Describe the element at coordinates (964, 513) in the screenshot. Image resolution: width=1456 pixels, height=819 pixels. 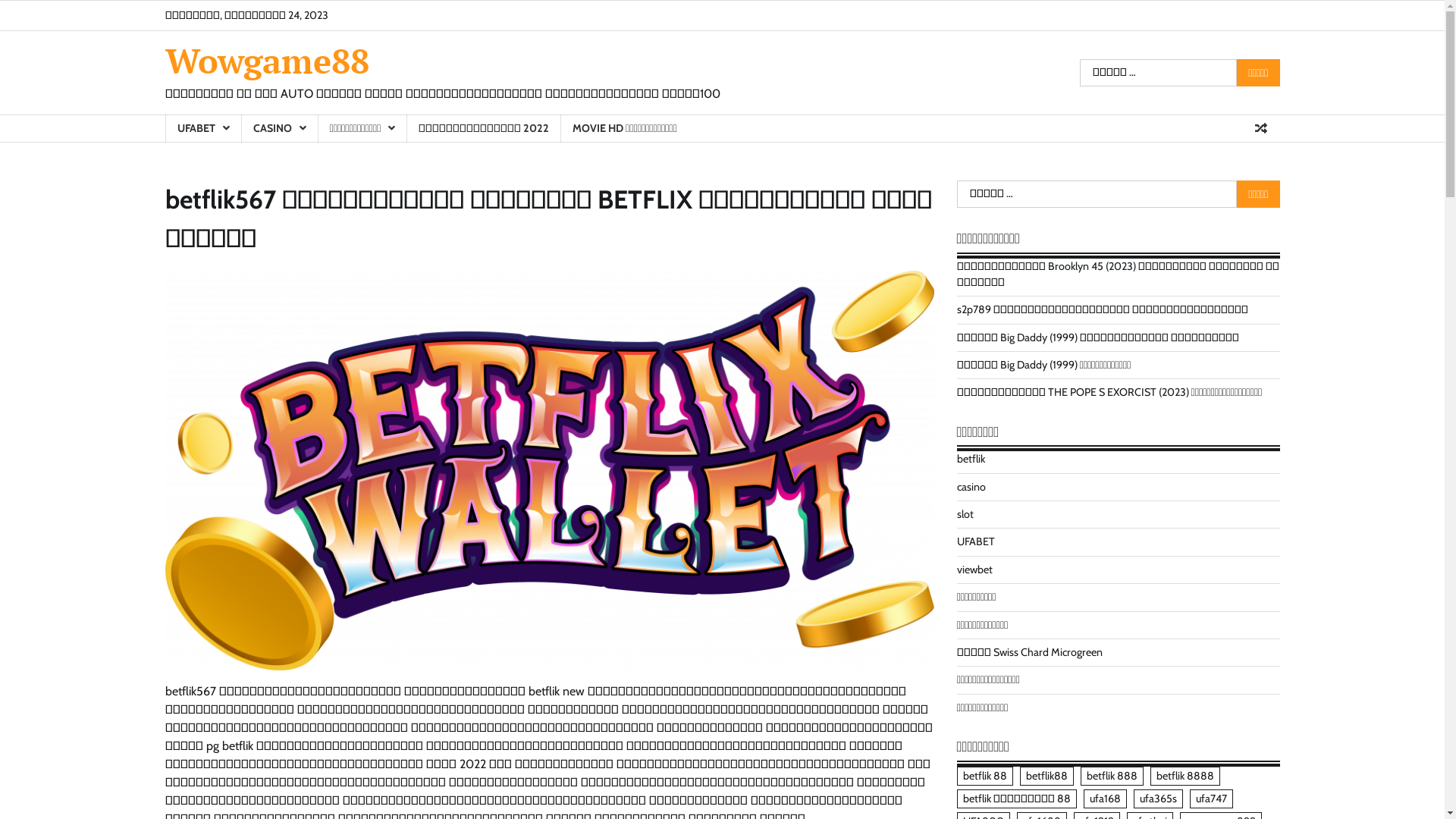
I see `'slot'` at that location.